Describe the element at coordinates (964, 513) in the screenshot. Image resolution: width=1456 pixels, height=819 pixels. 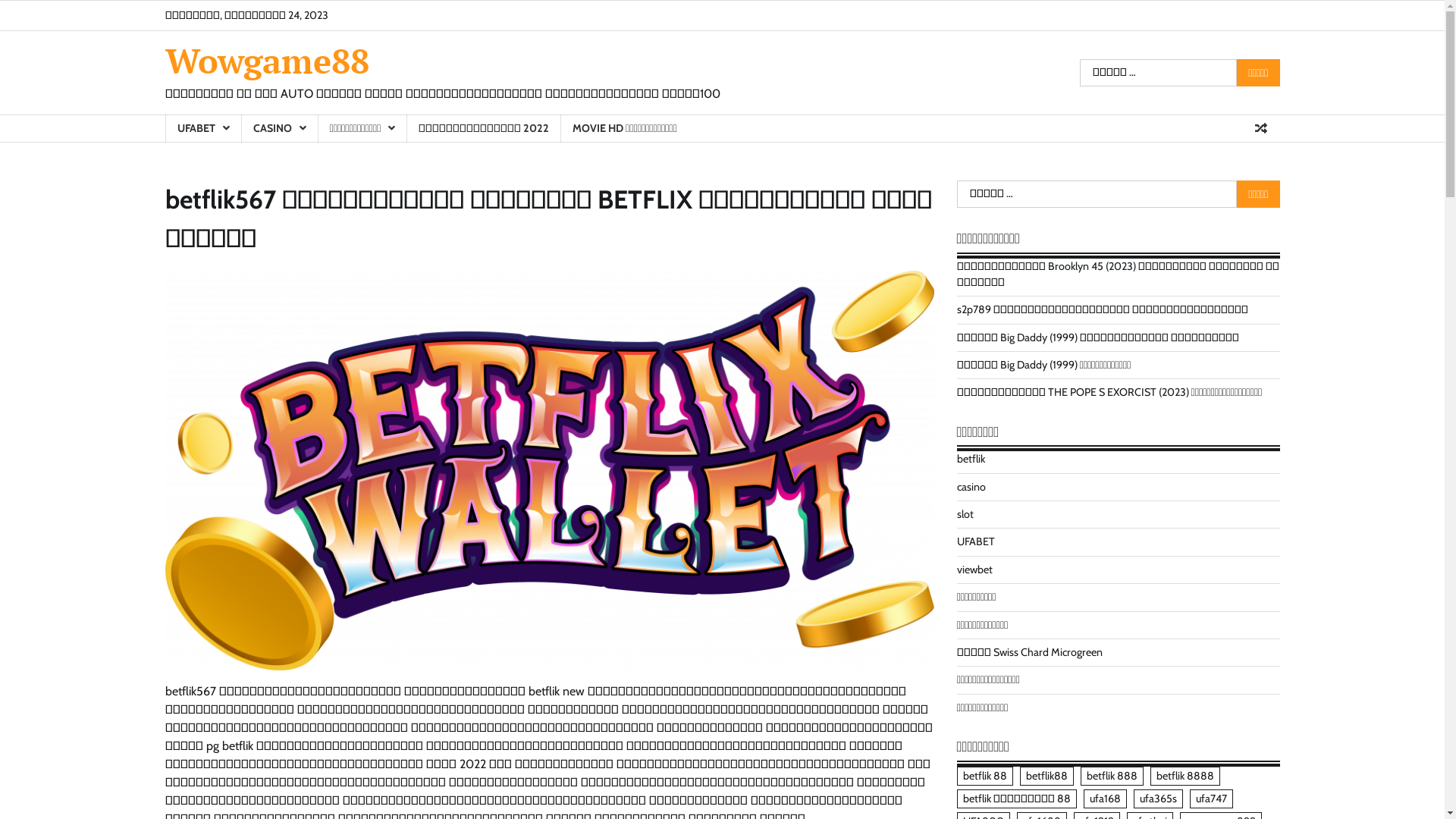
I see `'slot'` at that location.